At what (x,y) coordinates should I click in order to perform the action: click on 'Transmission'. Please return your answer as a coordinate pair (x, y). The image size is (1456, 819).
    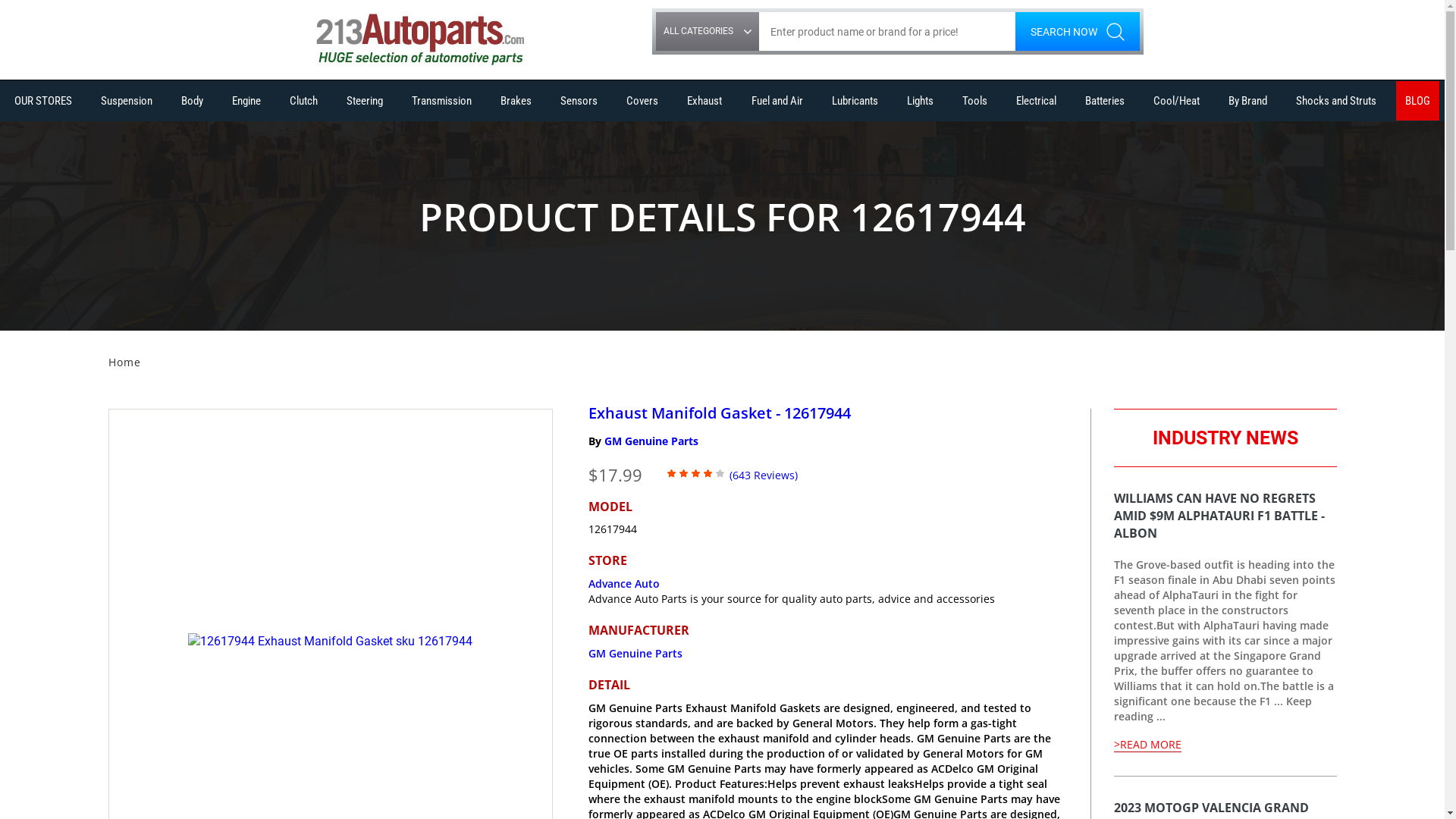
    Looking at the image, I should click on (441, 100).